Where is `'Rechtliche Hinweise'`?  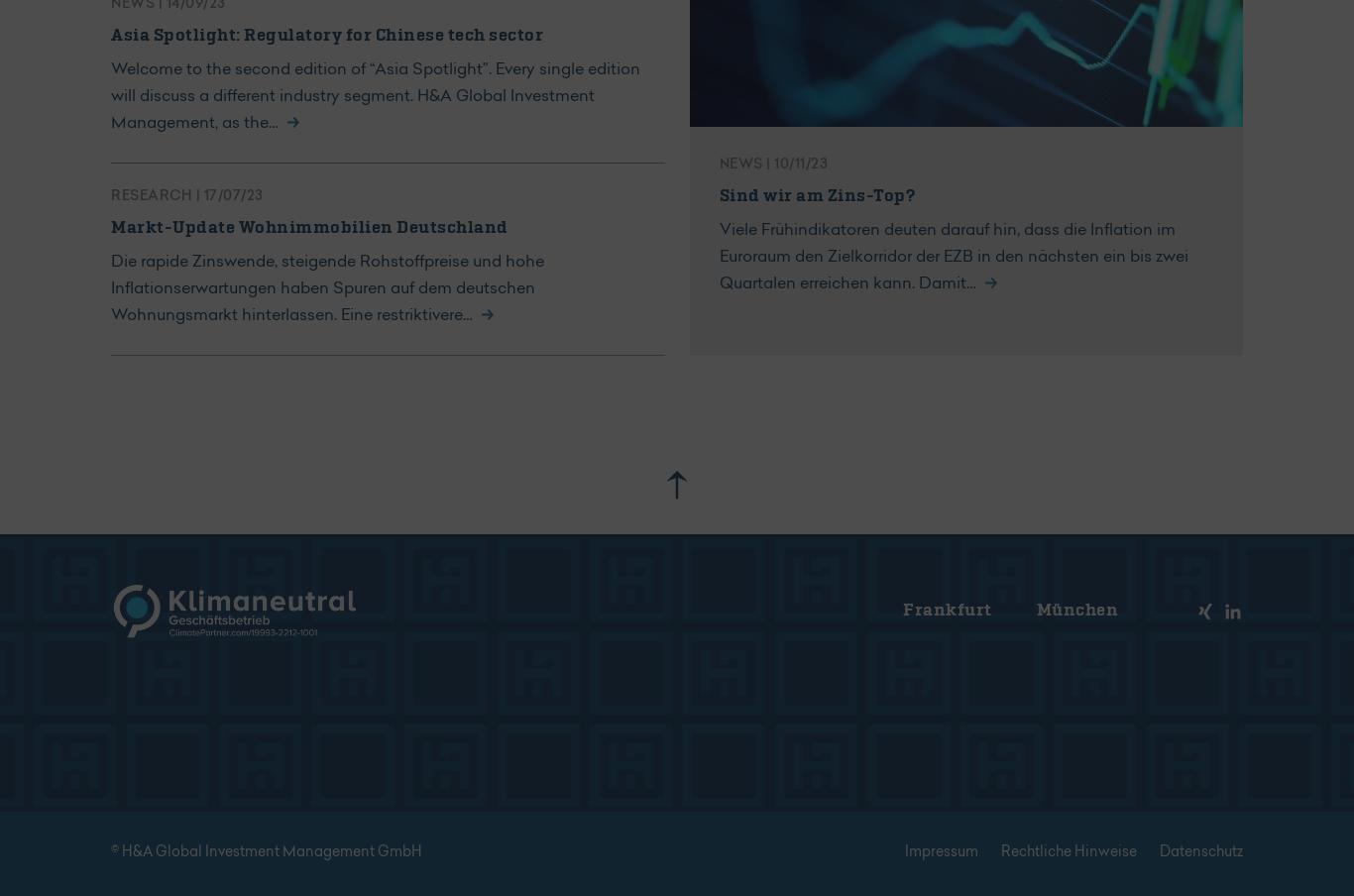 'Rechtliche Hinweise' is located at coordinates (1068, 852).